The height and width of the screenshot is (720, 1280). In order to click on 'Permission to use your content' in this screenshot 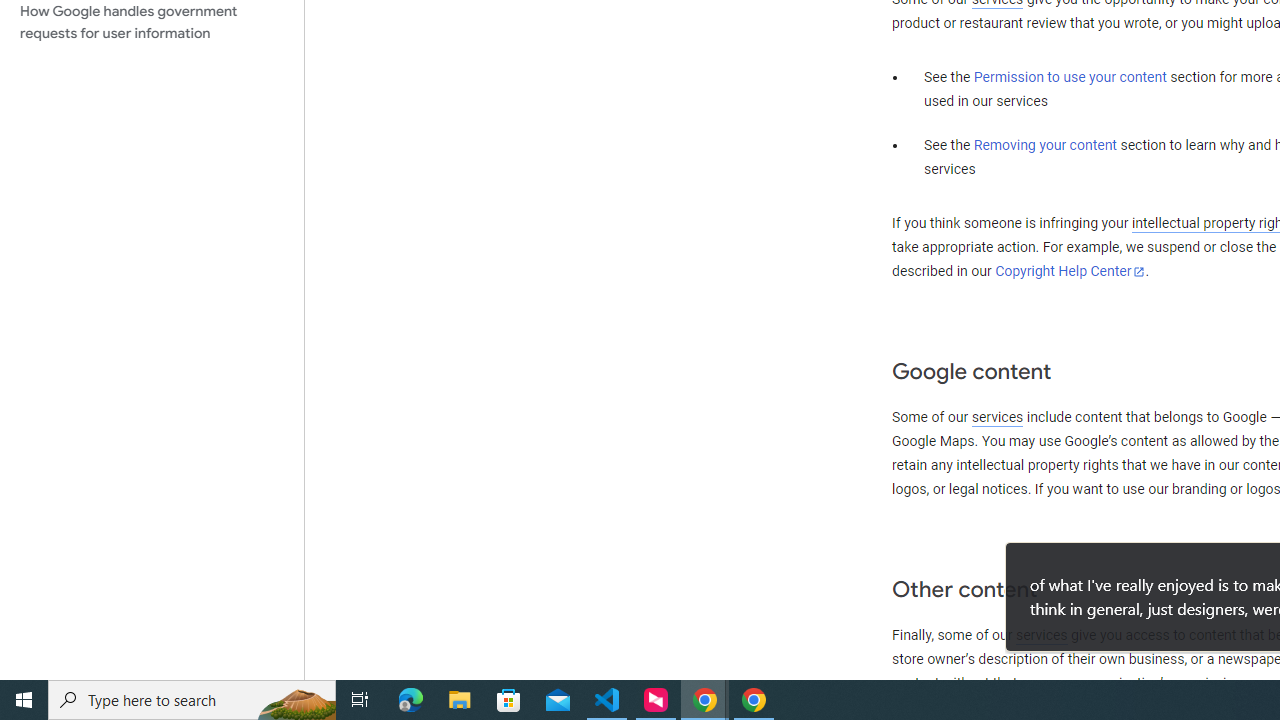, I will do `click(1069, 77)`.